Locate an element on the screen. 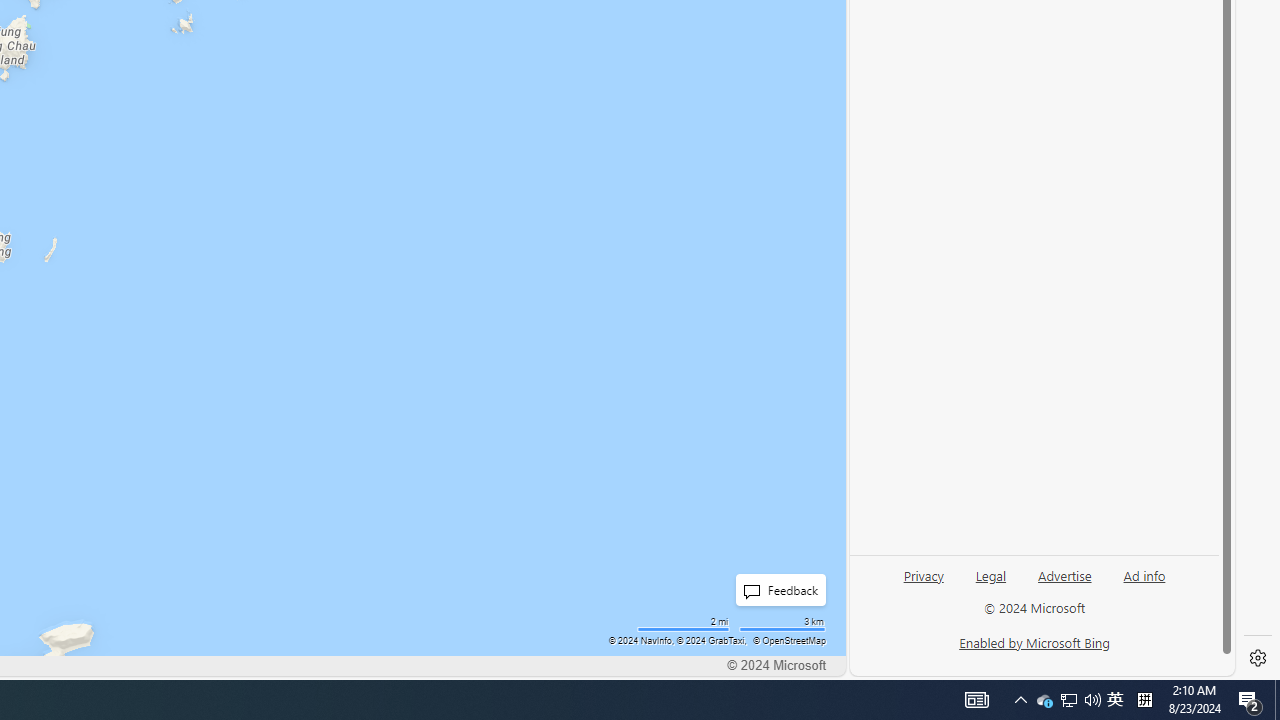 This screenshot has height=720, width=1280. 'Legal' is located at coordinates (991, 574).